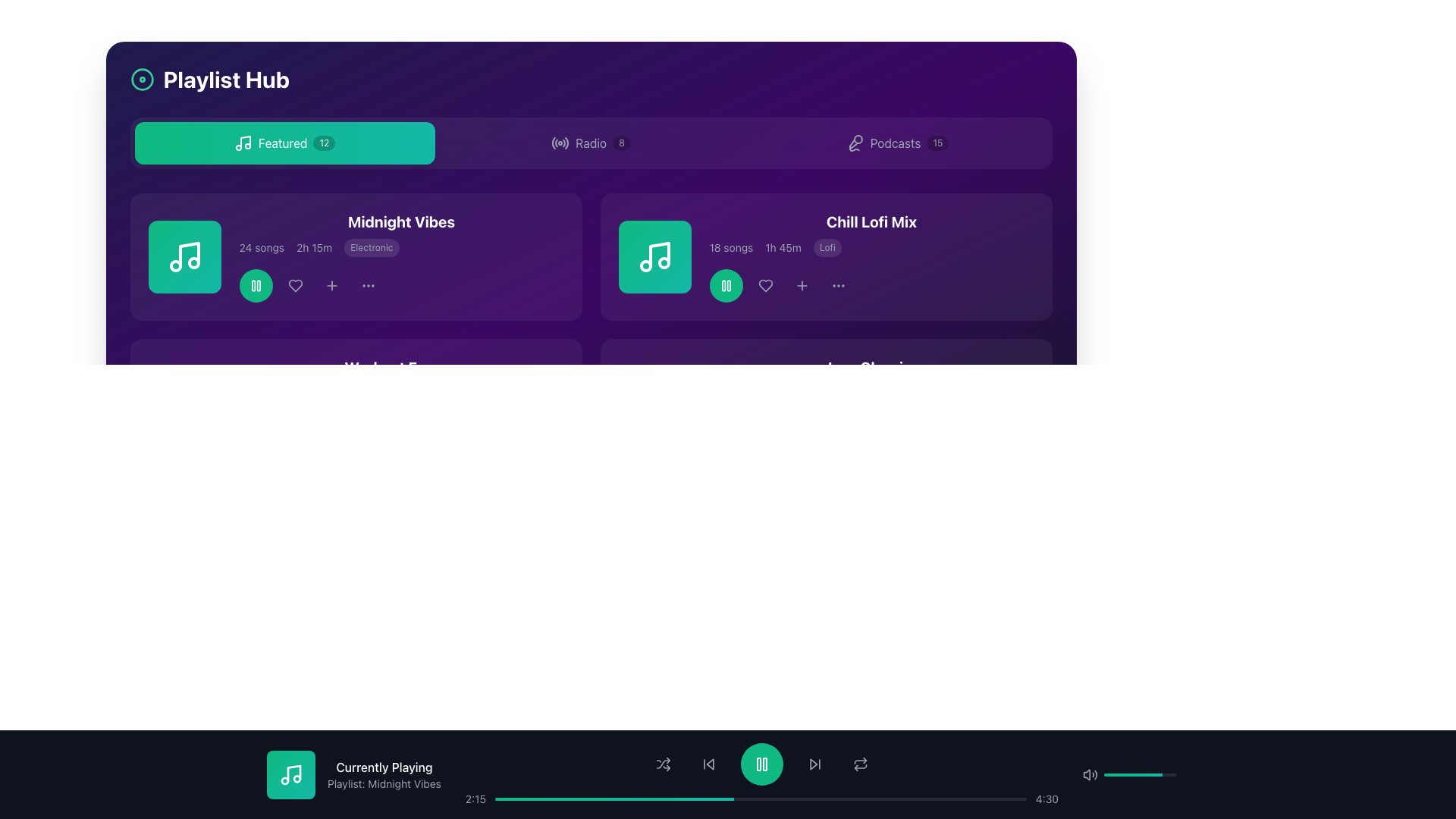  Describe the element at coordinates (758, 764) in the screenshot. I see `the left vertical bar of the green pause button icon located centrally in the bottom playback control section to interact with it` at that location.